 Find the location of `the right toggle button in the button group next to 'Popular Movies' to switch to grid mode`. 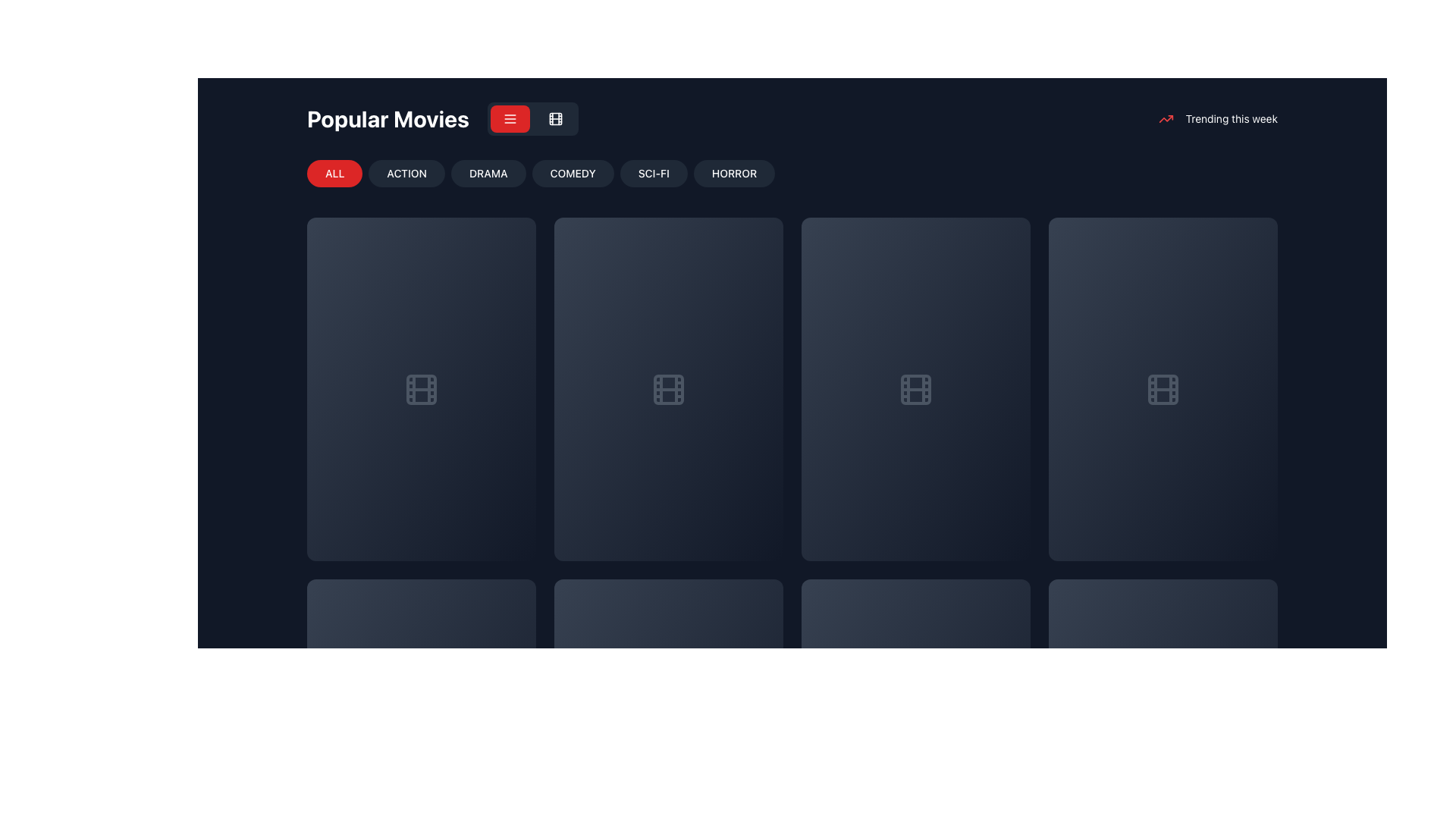

the right toggle button in the button group next to 'Popular Movies' to switch to grid mode is located at coordinates (532, 118).